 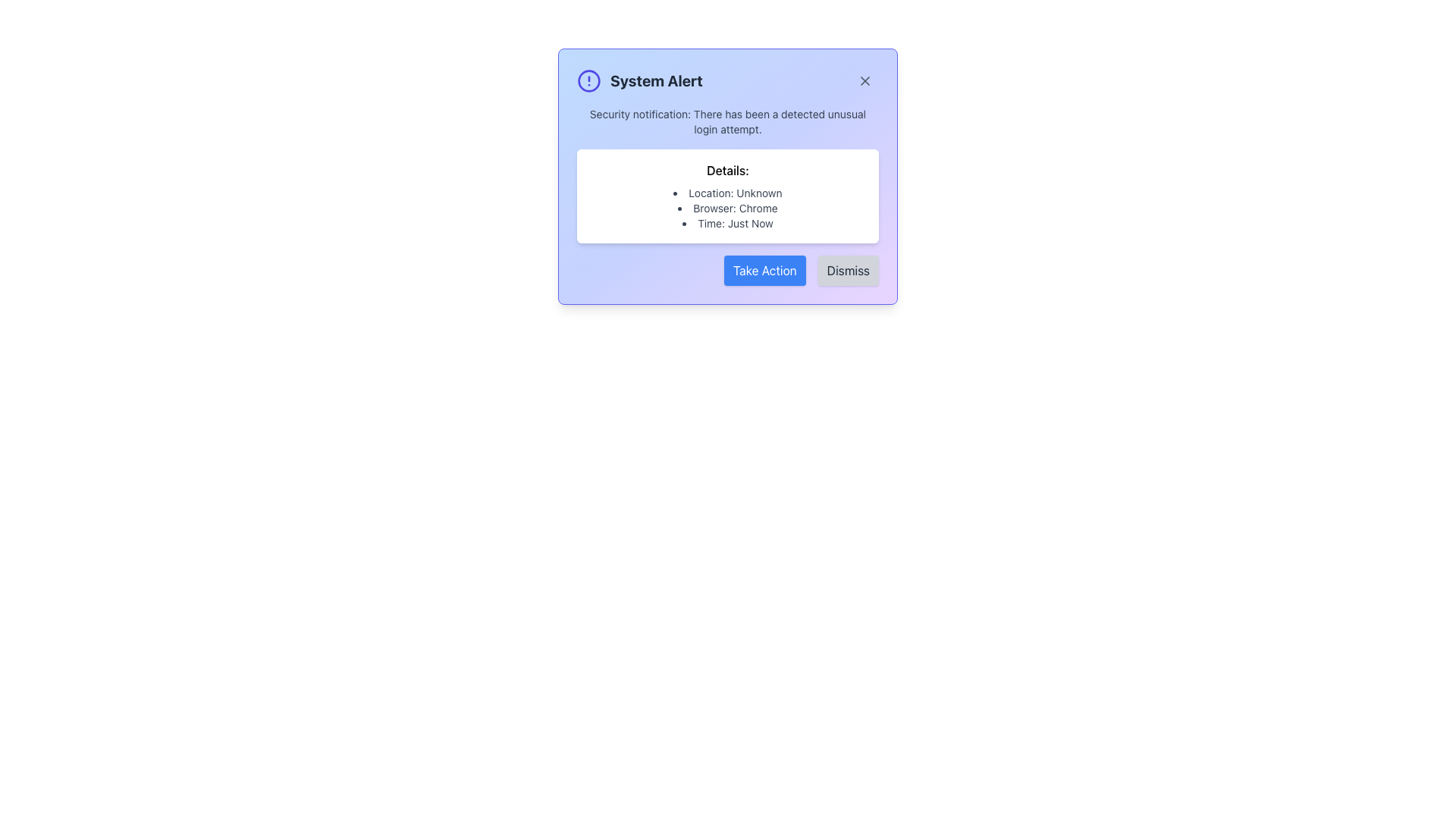 What do you see at coordinates (728, 208) in the screenshot?
I see `the Text Label that provides information about the browser being used, which is the second item in a bullet-pointed list inside a white card UI element, positioned between 'Location: Unknown' and 'Time: Just Now'` at bounding box center [728, 208].